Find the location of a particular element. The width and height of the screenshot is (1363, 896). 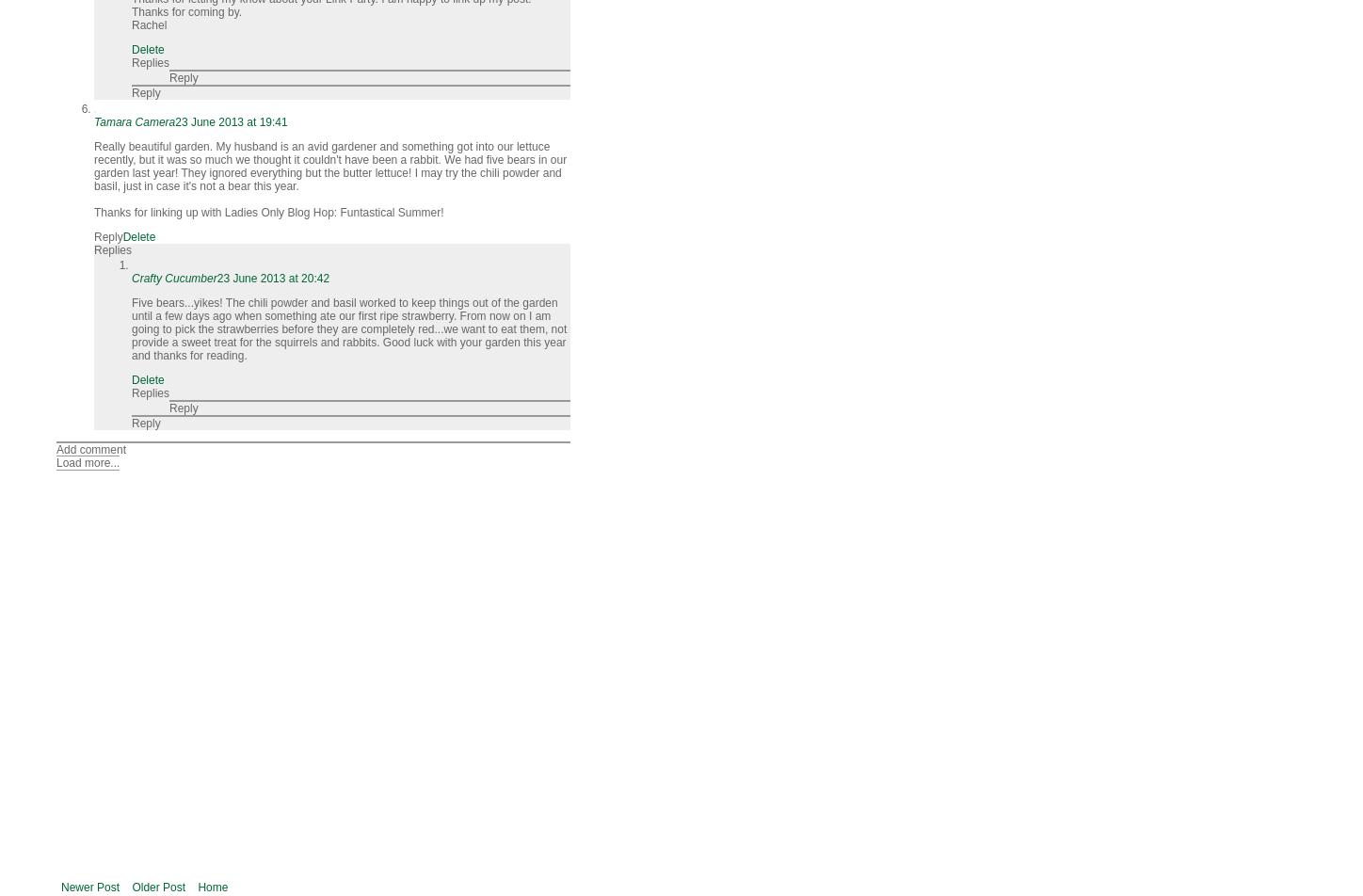

'Rachel' is located at coordinates (148, 25).